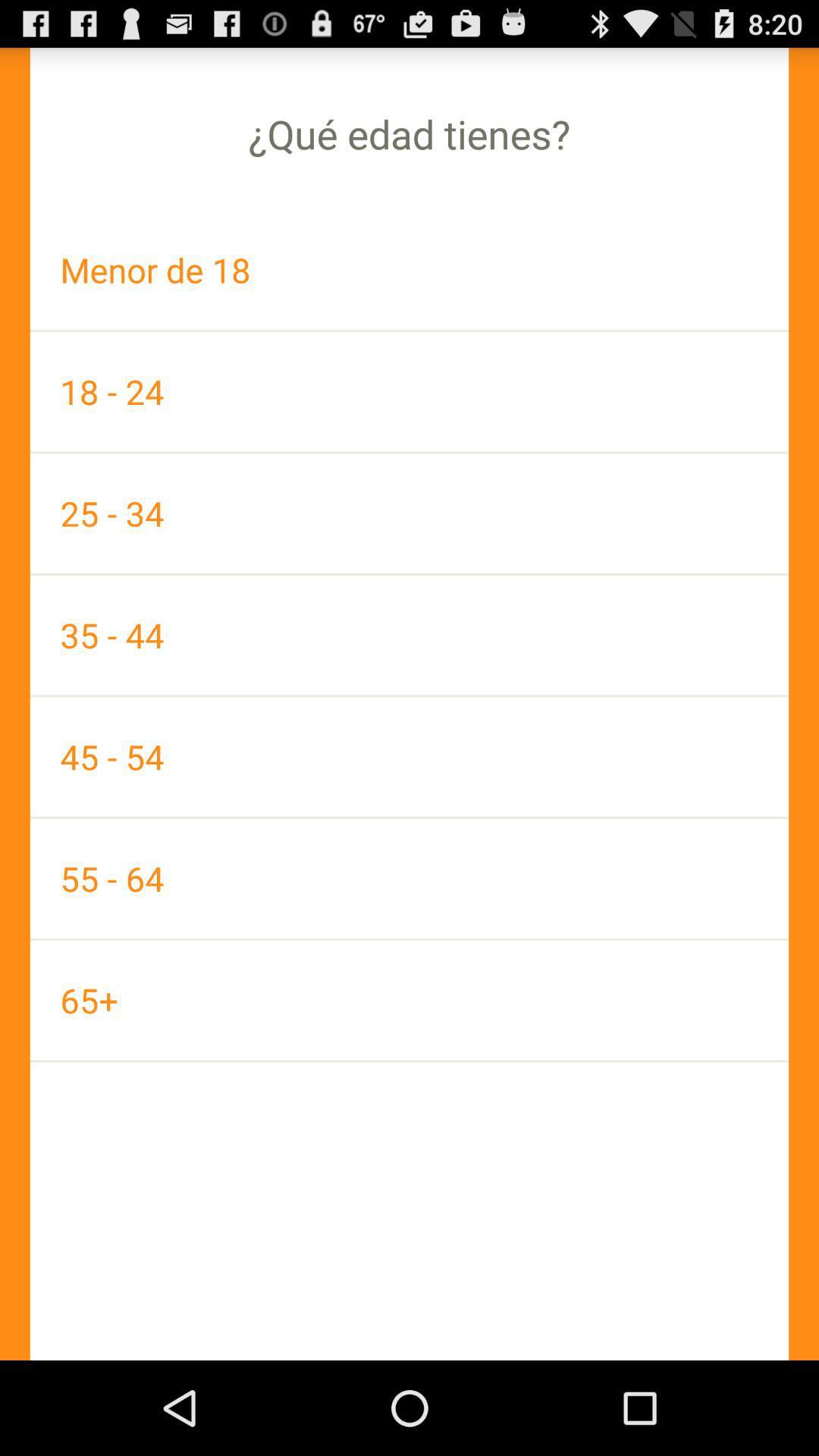 The image size is (819, 1456). Describe the element at coordinates (409, 391) in the screenshot. I see `item above the 25 - 34 app` at that location.